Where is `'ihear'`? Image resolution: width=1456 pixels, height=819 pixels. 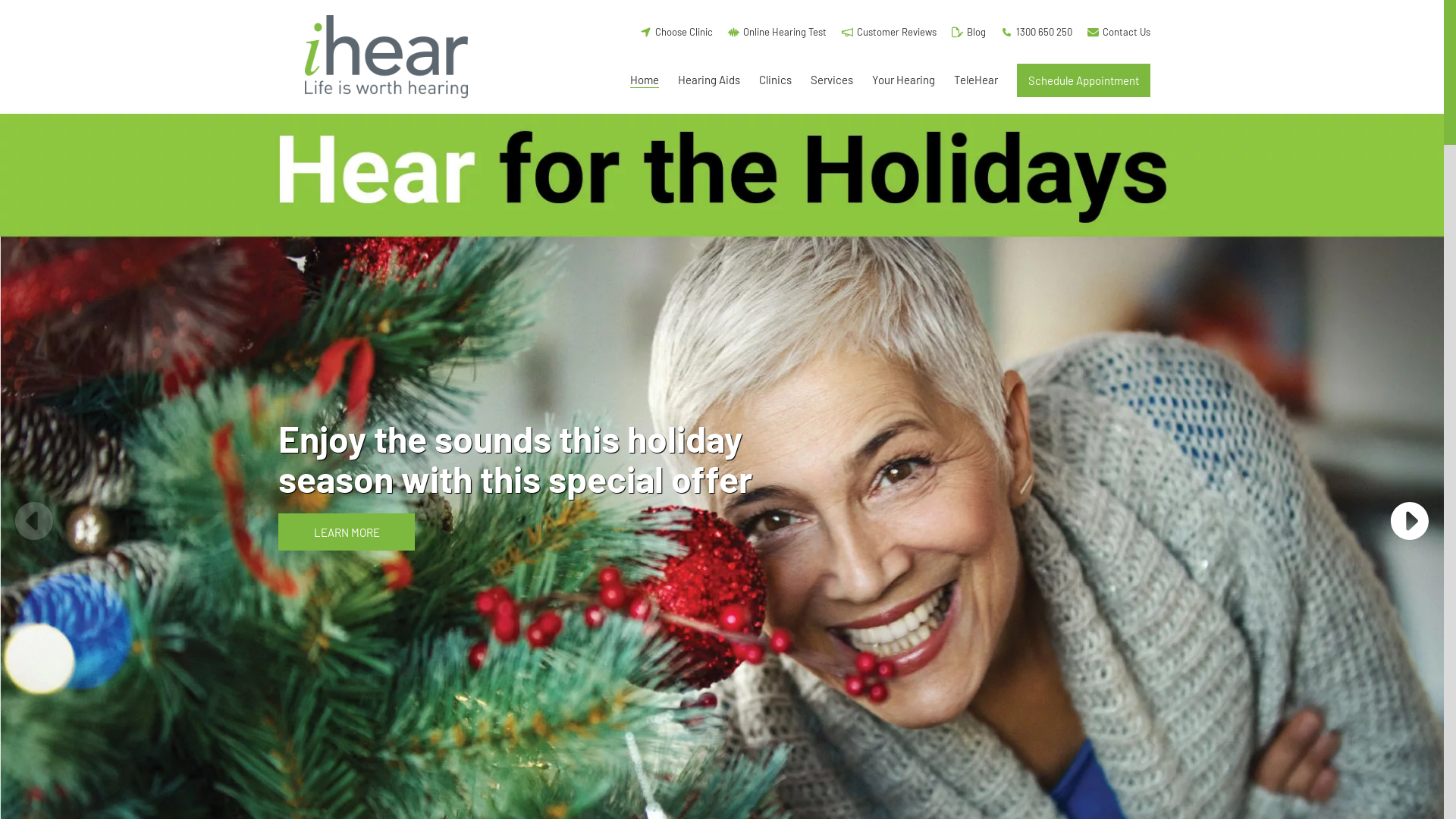 'ihear' is located at coordinates (290, 55).